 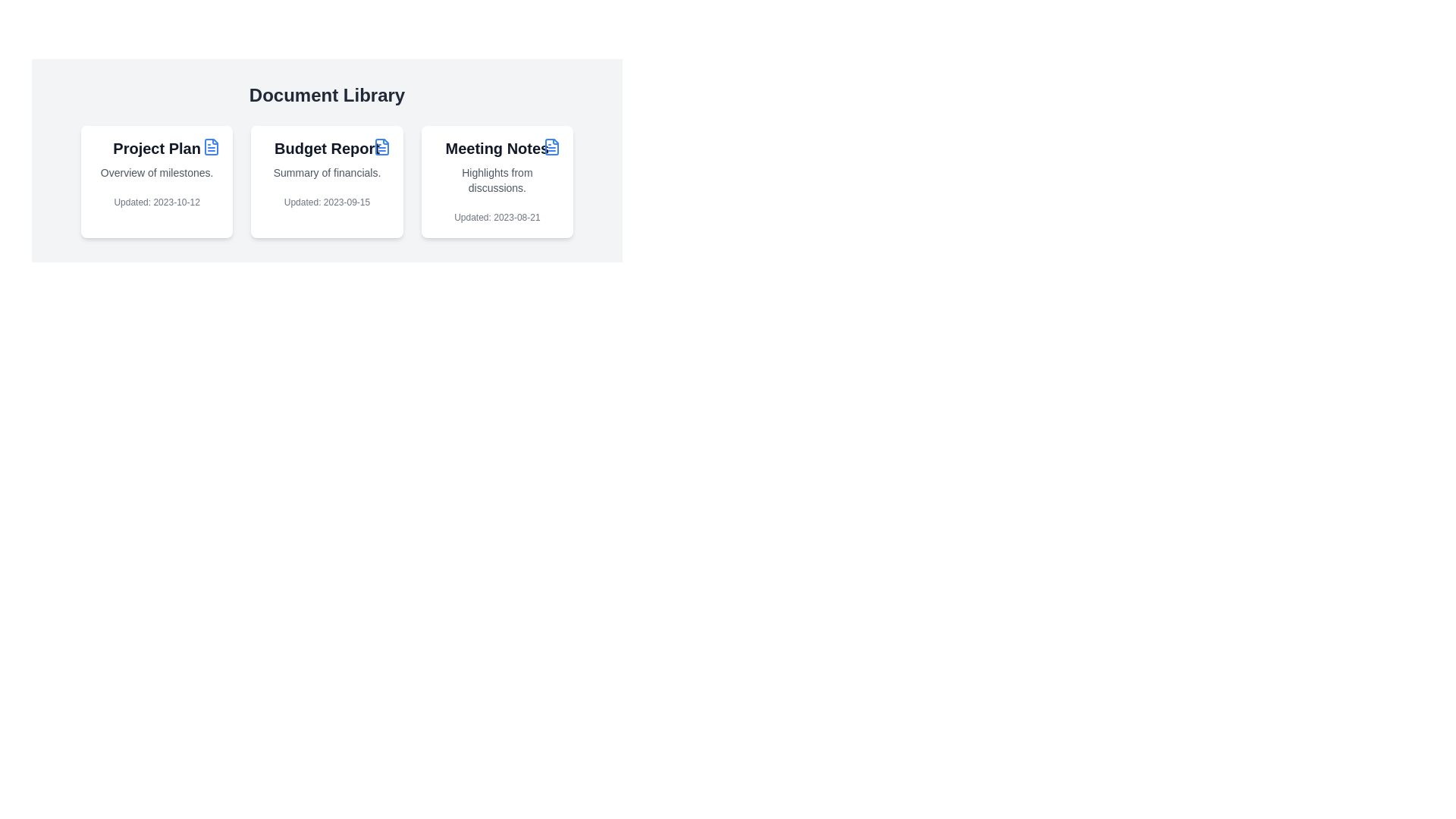 What do you see at coordinates (211, 146) in the screenshot?
I see `the document icon with a blue outline located above the title 'Project Plan' in the 'Document Library' interface` at bounding box center [211, 146].